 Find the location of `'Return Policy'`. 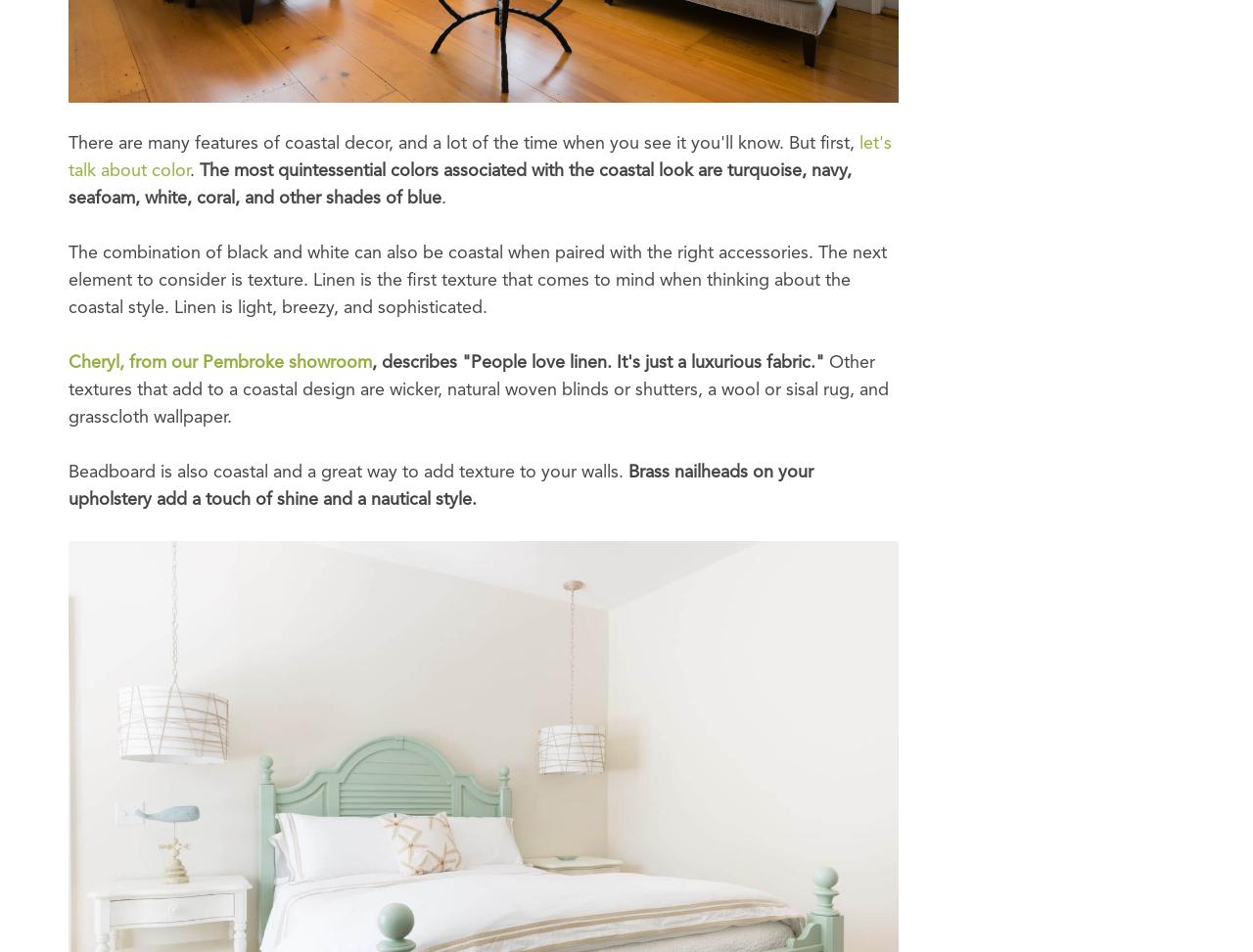

'Return Policy' is located at coordinates (401, 339).